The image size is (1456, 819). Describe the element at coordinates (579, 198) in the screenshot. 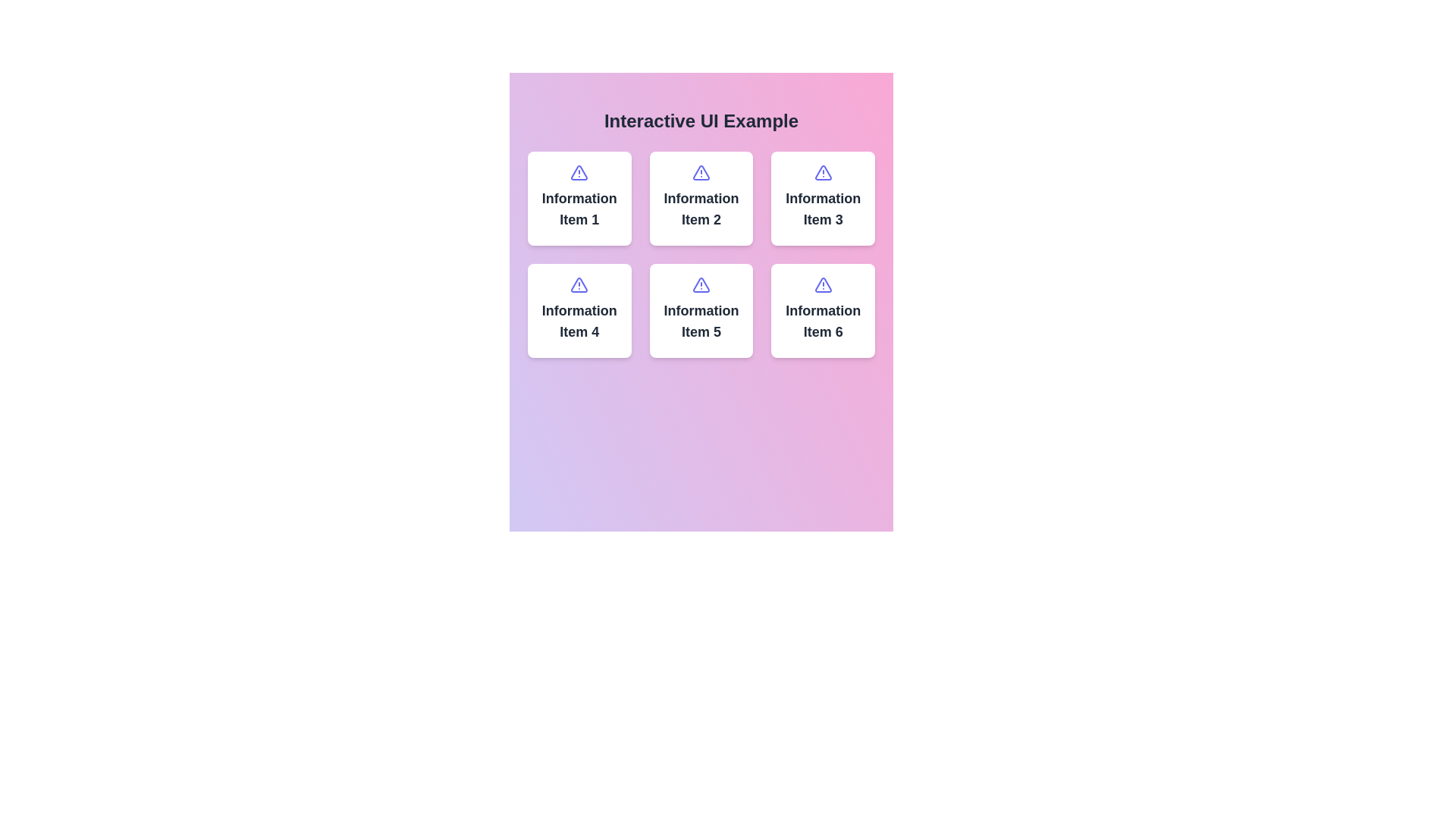

I see `the Information Card that displays content related to 'Information Item 1', located in the top-left corner of the 2x3 grid layout` at that location.